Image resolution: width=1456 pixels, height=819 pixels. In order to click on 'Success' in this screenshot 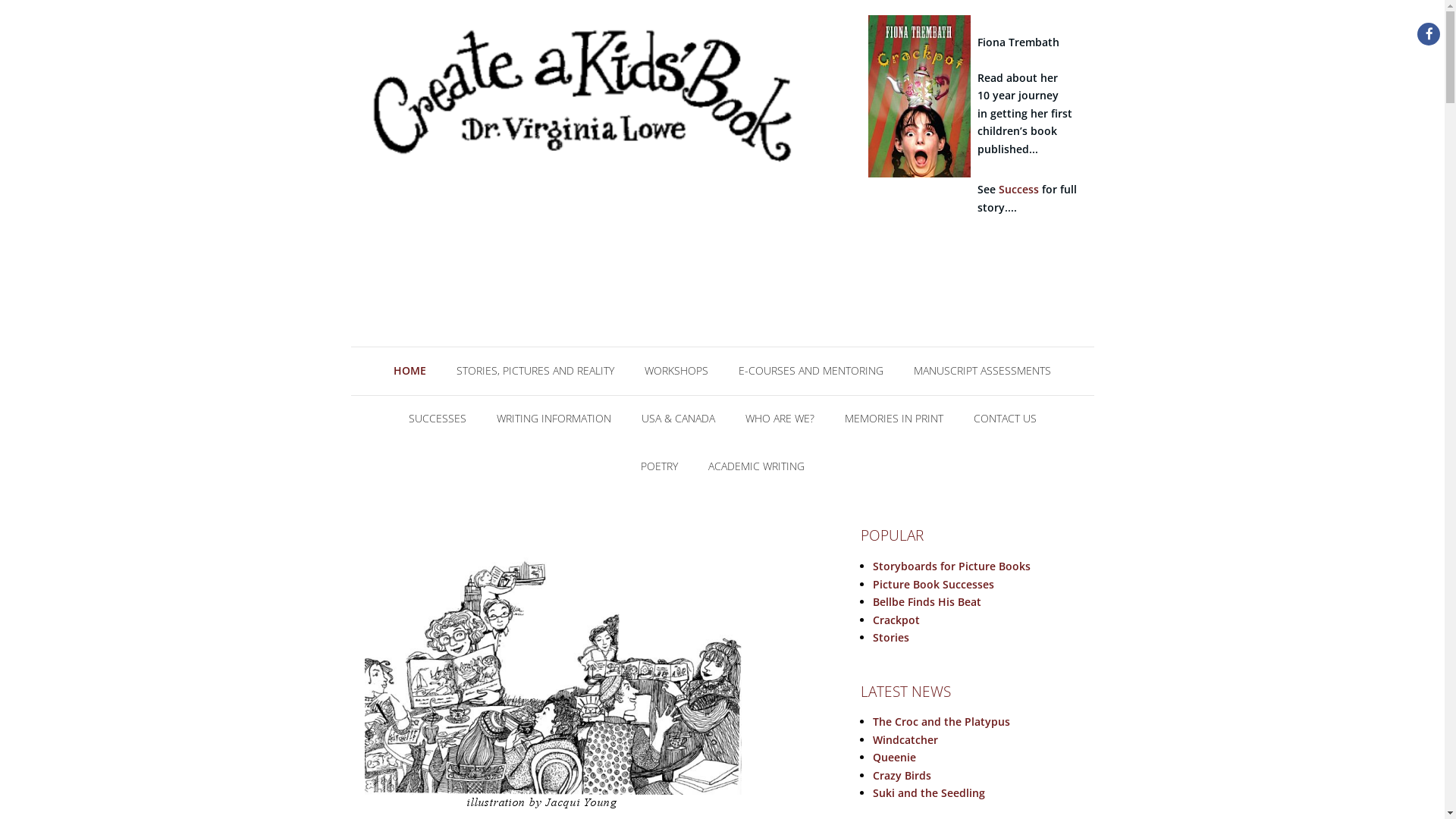, I will do `click(996, 188)`.